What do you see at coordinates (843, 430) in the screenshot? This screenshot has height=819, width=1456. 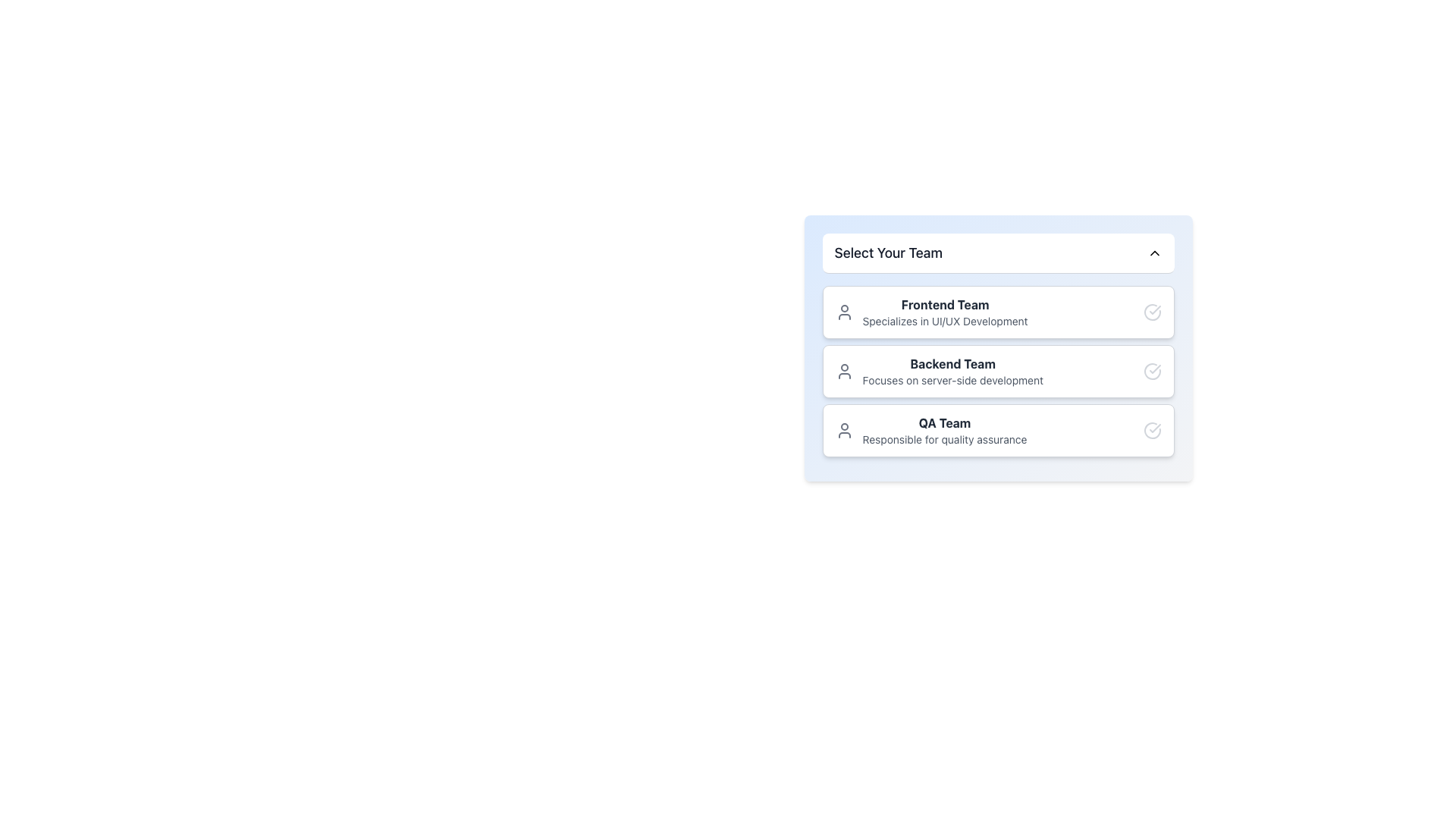 I see `the QA Team icon located in the third item of the 'Select Your Team' vertical list, positioned directly to the left of the text 'QA Team.'` at bounding box center [843, 430].